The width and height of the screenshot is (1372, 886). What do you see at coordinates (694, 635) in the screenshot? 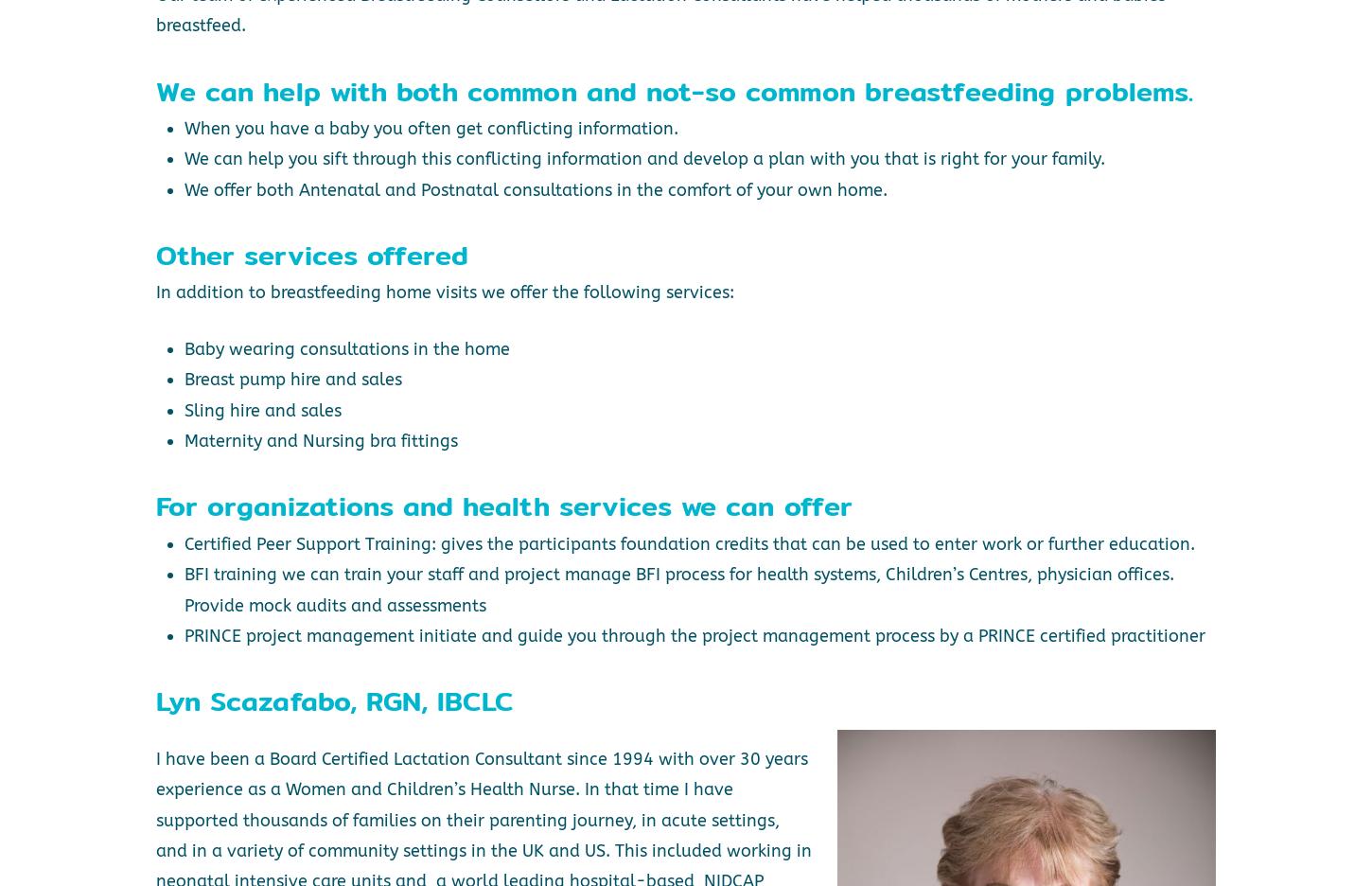
I see `'PRINCE project management initiate and guide you through the project management process by a PRINCE certified practitioner'` at bounding box center [694, 635].